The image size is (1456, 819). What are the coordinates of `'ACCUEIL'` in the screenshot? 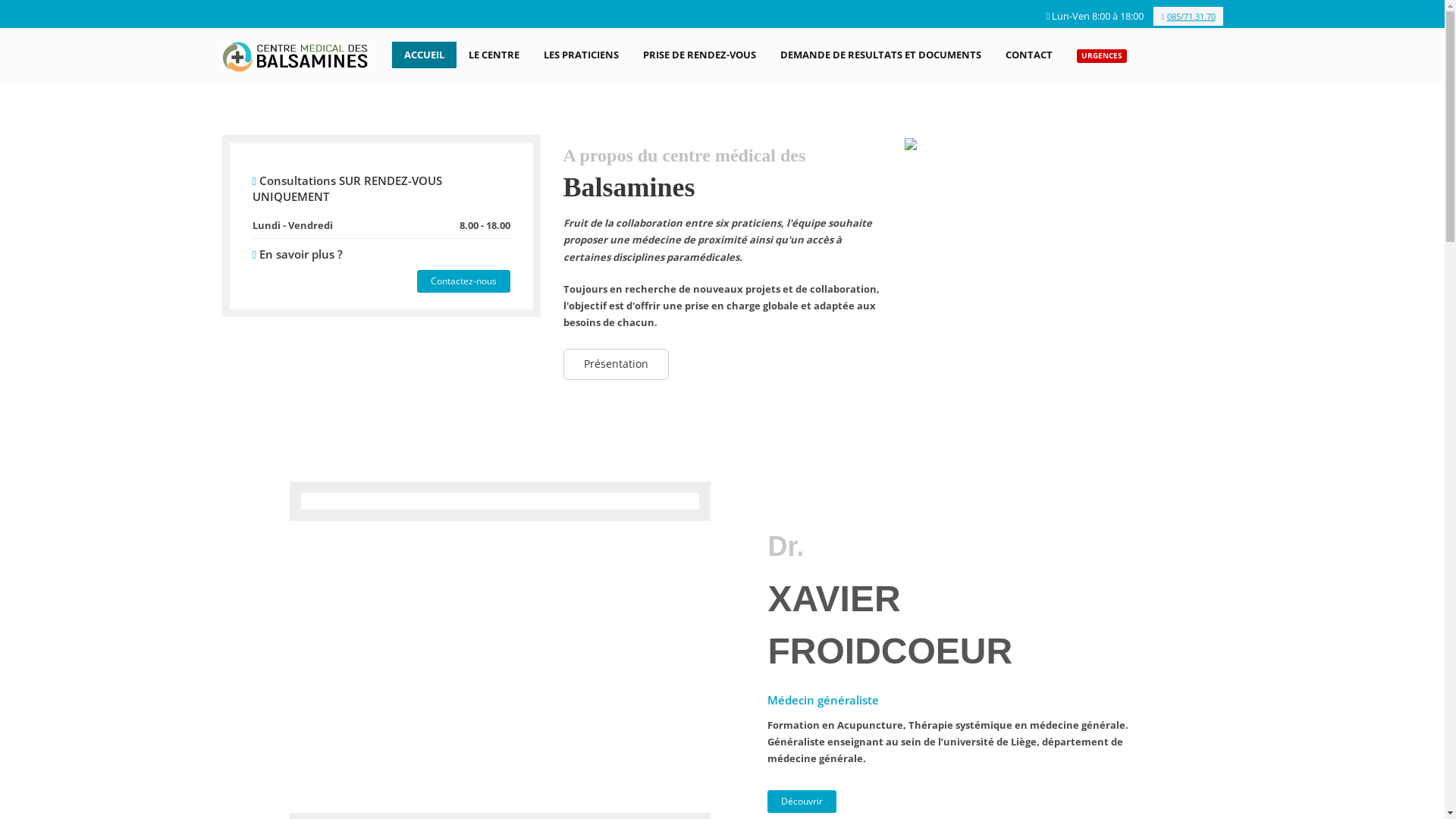 It's located at (392, 54).